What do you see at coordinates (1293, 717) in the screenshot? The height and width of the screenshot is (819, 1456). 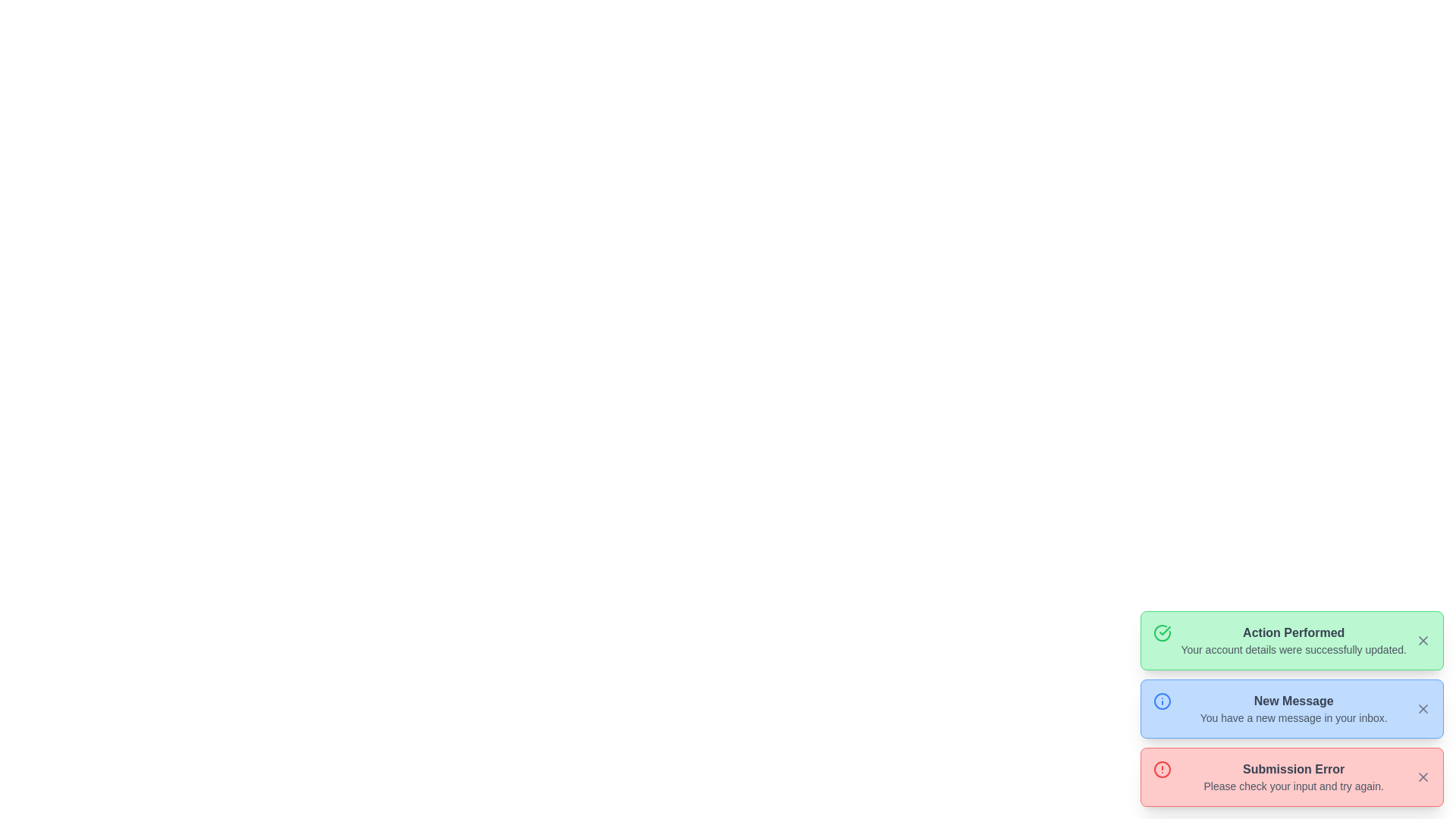 I see `text content that states 'You have a new message in your inbox.' which is located below the bold header 'New Message' in the light blue notification card` at bounding box center [1293, 717].